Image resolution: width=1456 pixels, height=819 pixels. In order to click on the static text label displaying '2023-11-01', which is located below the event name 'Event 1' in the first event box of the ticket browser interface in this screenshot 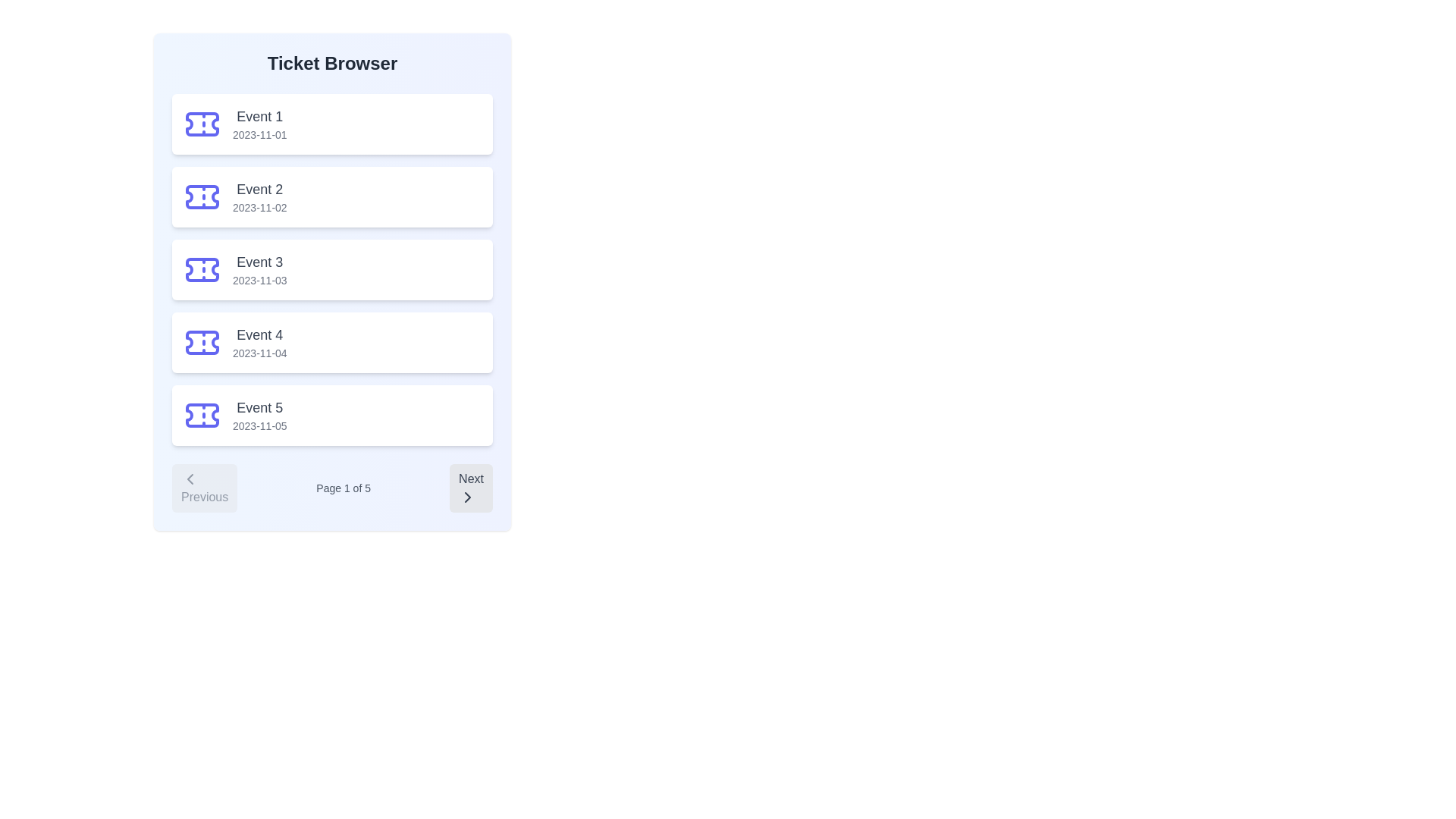, I will do `click(259, 133)`.